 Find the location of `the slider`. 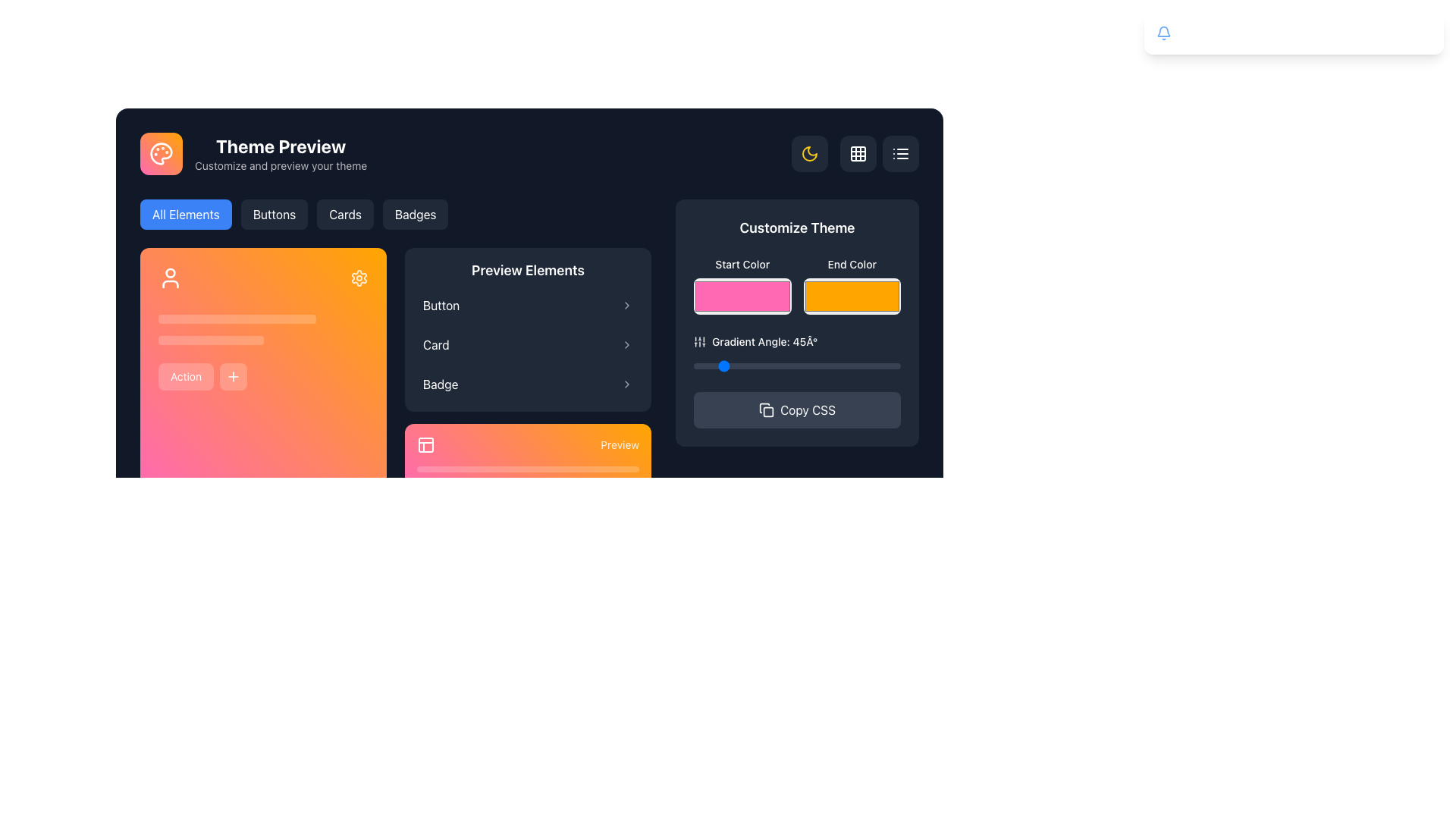

the slider is located at coordinates (243, 318).